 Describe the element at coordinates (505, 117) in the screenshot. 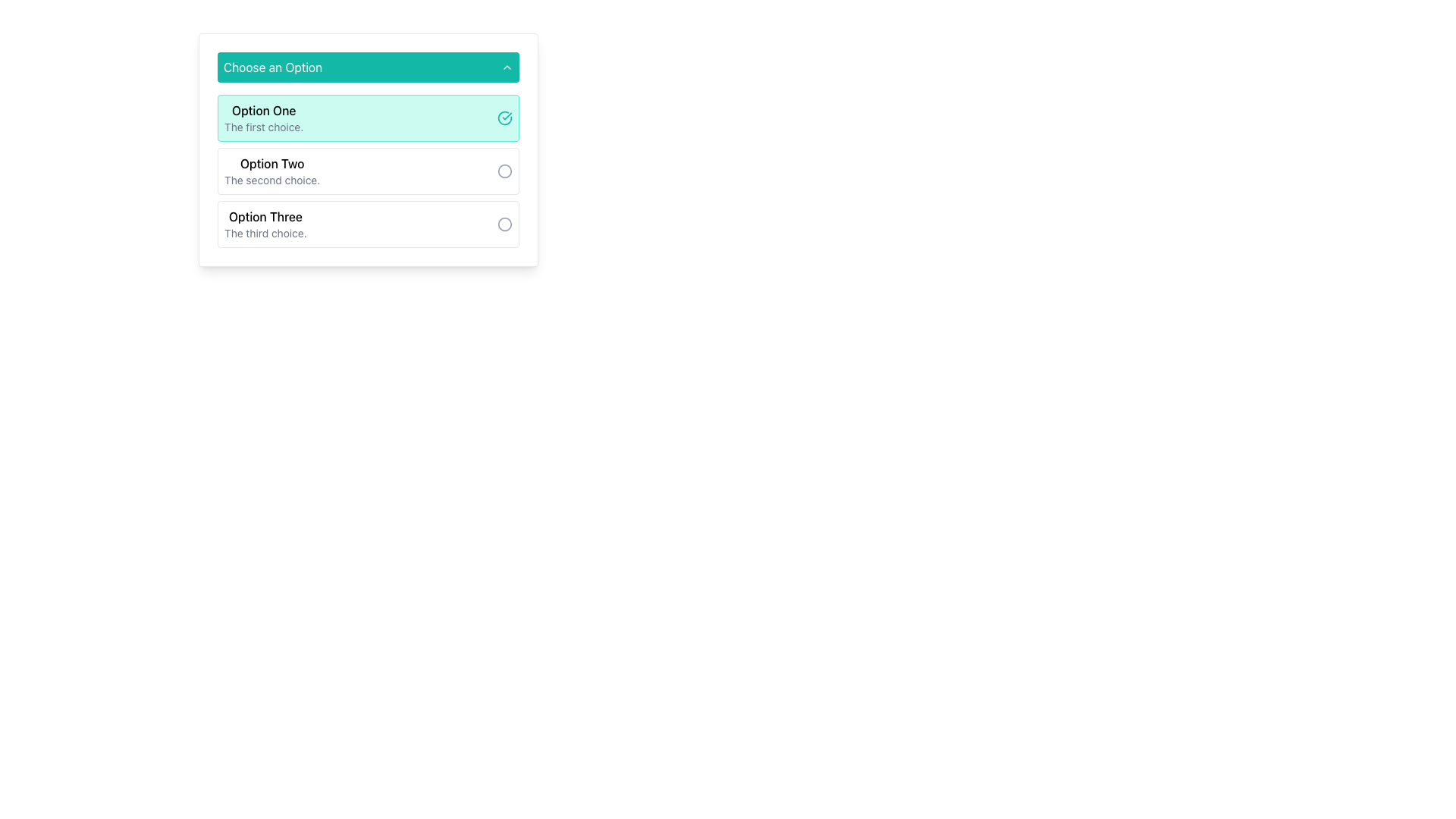

I see `the circular portion of the checkmark icon indicating that 'Option One' is the selected choice in the dropdown menu` at that location.